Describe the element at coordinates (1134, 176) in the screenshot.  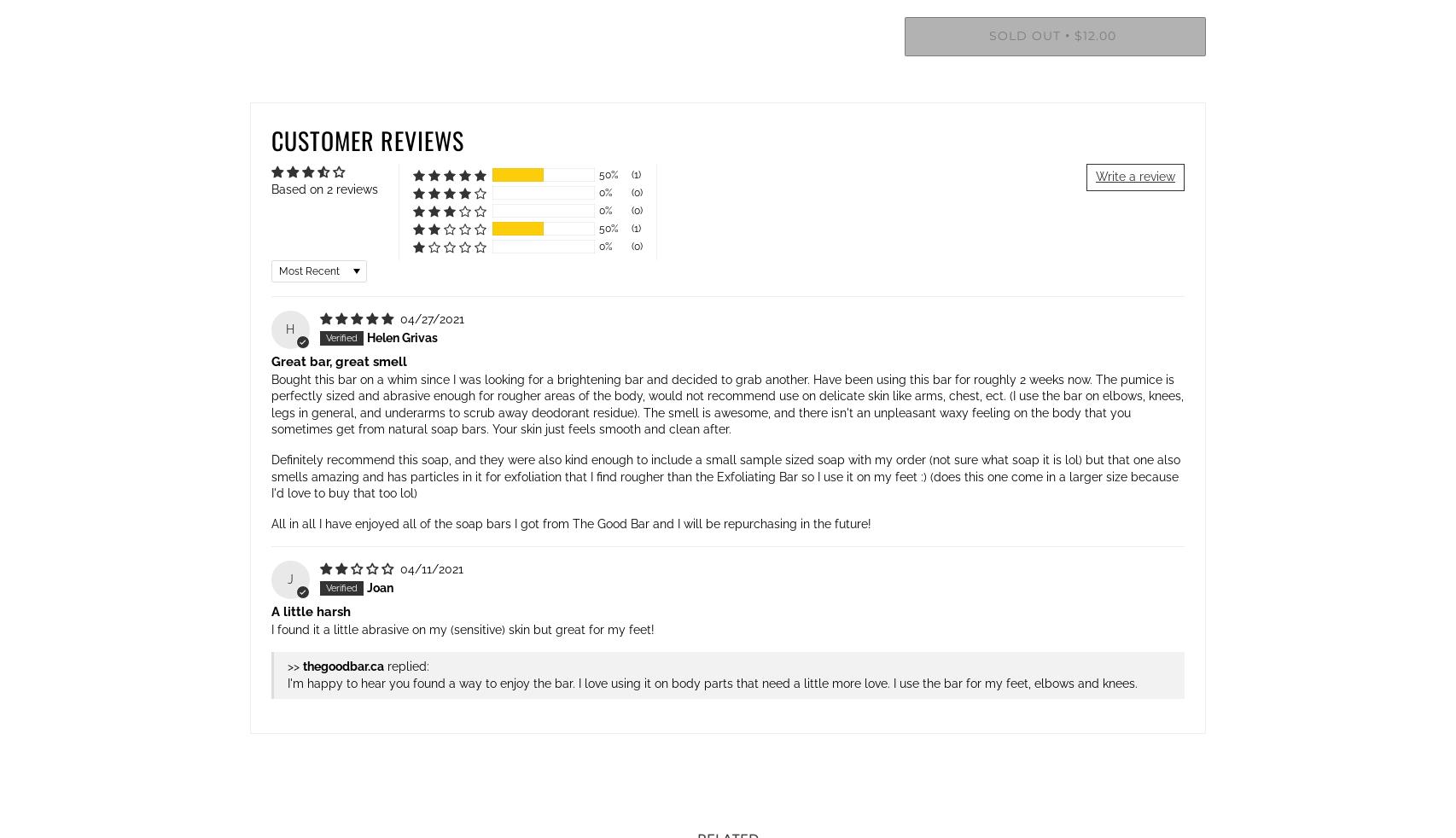
I see `'Write a review'` at that location.